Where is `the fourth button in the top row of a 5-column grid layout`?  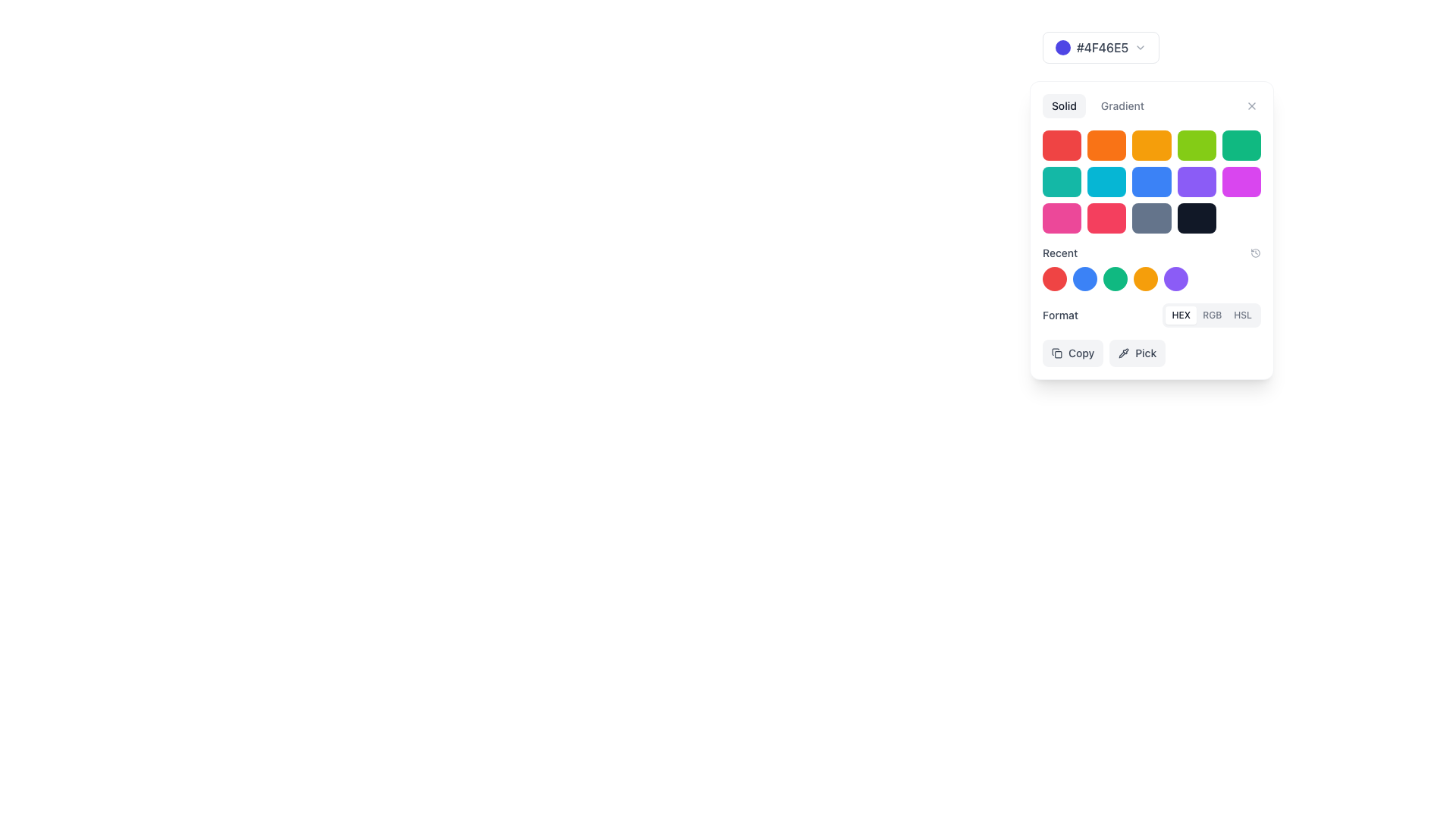
the fourth button in the top row of a 5-column grid layout is located at coordinates (1196, 146).